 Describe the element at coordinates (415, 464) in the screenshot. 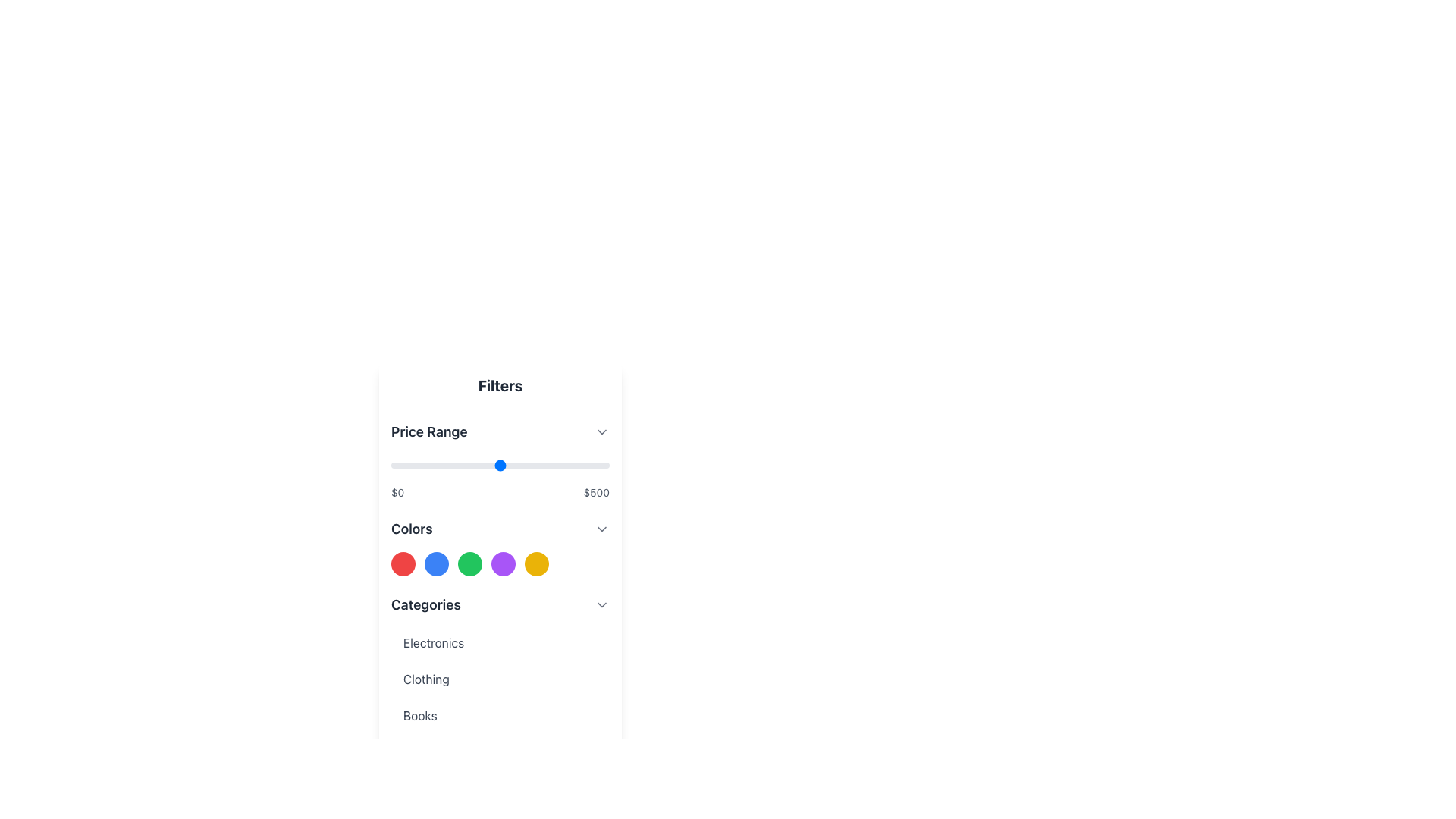

I see `the price range slider` at that location.